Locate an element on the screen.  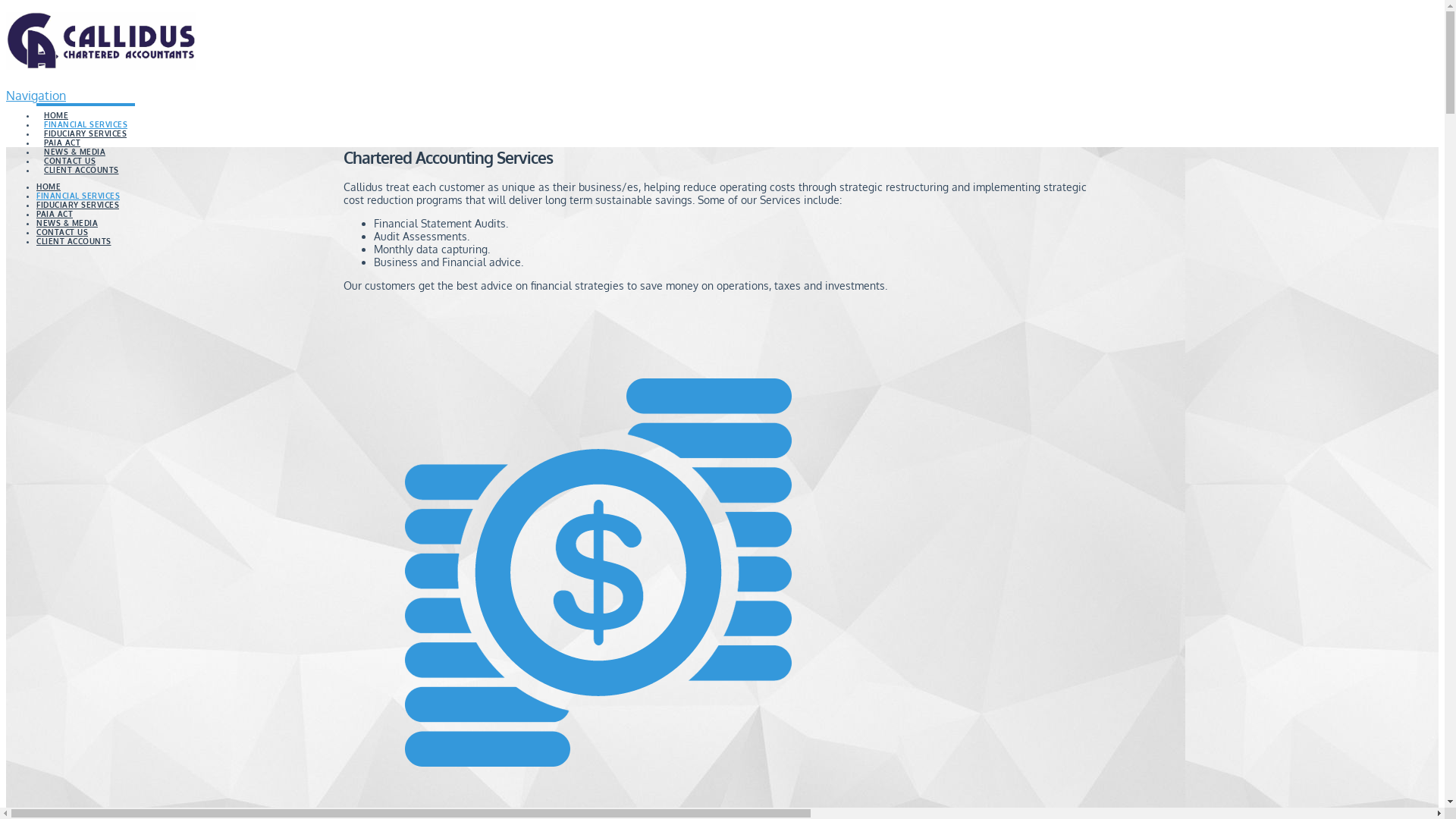
'CLIENT ACCOUNTS' is located at coordinates (36, 240).